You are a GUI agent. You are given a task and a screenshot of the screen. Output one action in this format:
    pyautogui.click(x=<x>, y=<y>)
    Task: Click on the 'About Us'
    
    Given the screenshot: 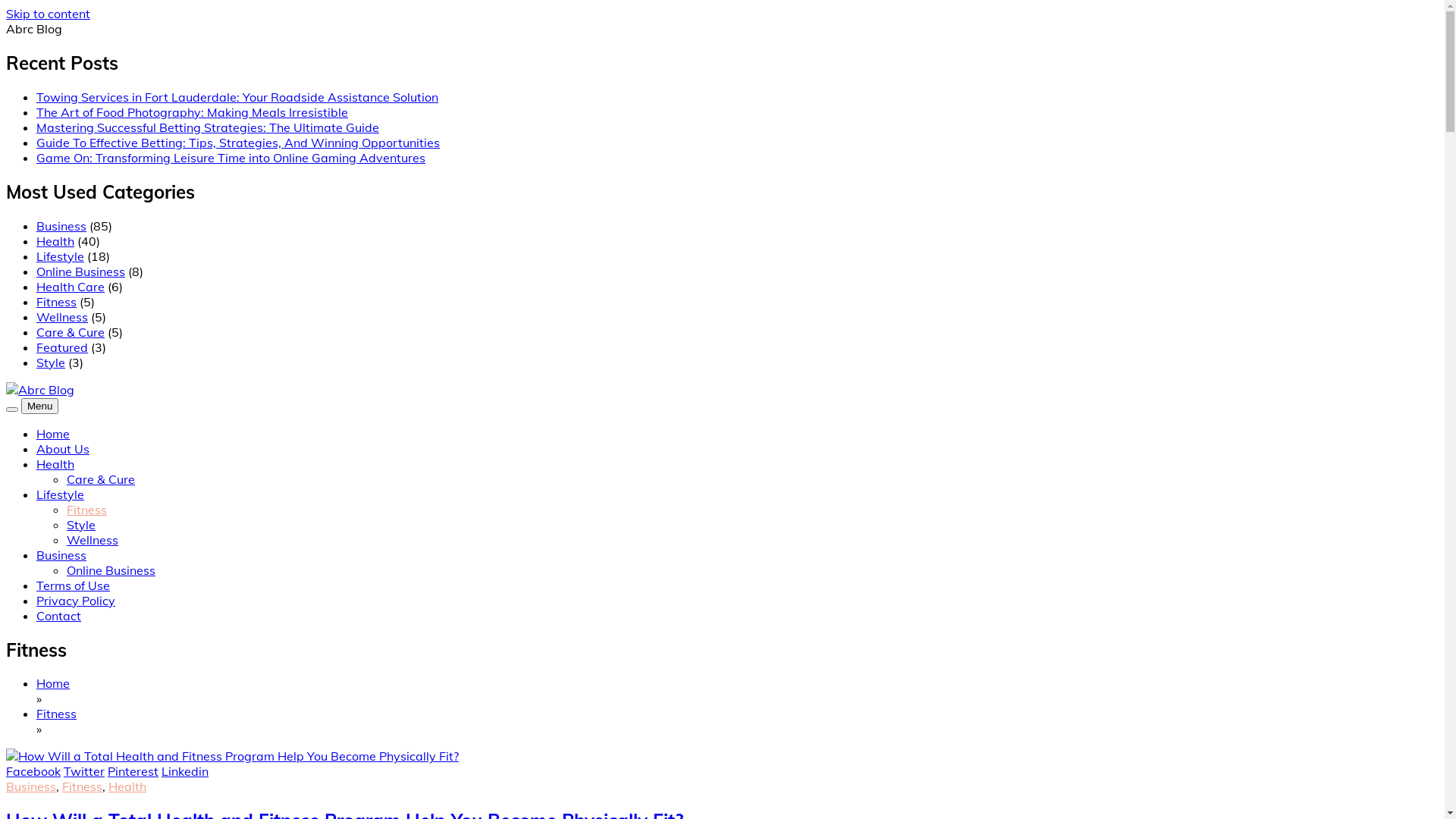 What is the action you would take?
    pyautogui.click(x=36, y=447)
    